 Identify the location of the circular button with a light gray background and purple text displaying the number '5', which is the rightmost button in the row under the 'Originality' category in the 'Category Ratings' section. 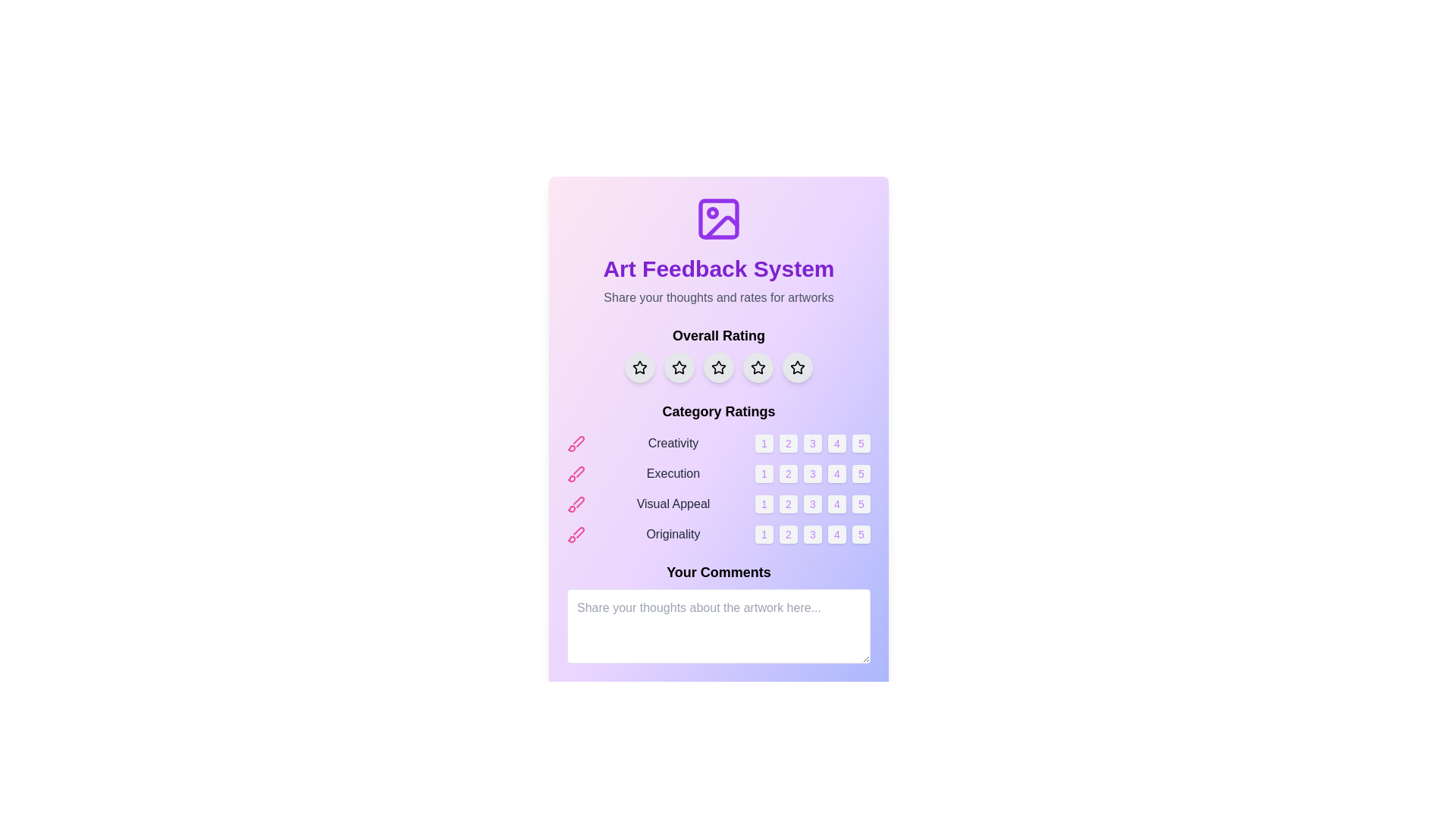
(861, 534).